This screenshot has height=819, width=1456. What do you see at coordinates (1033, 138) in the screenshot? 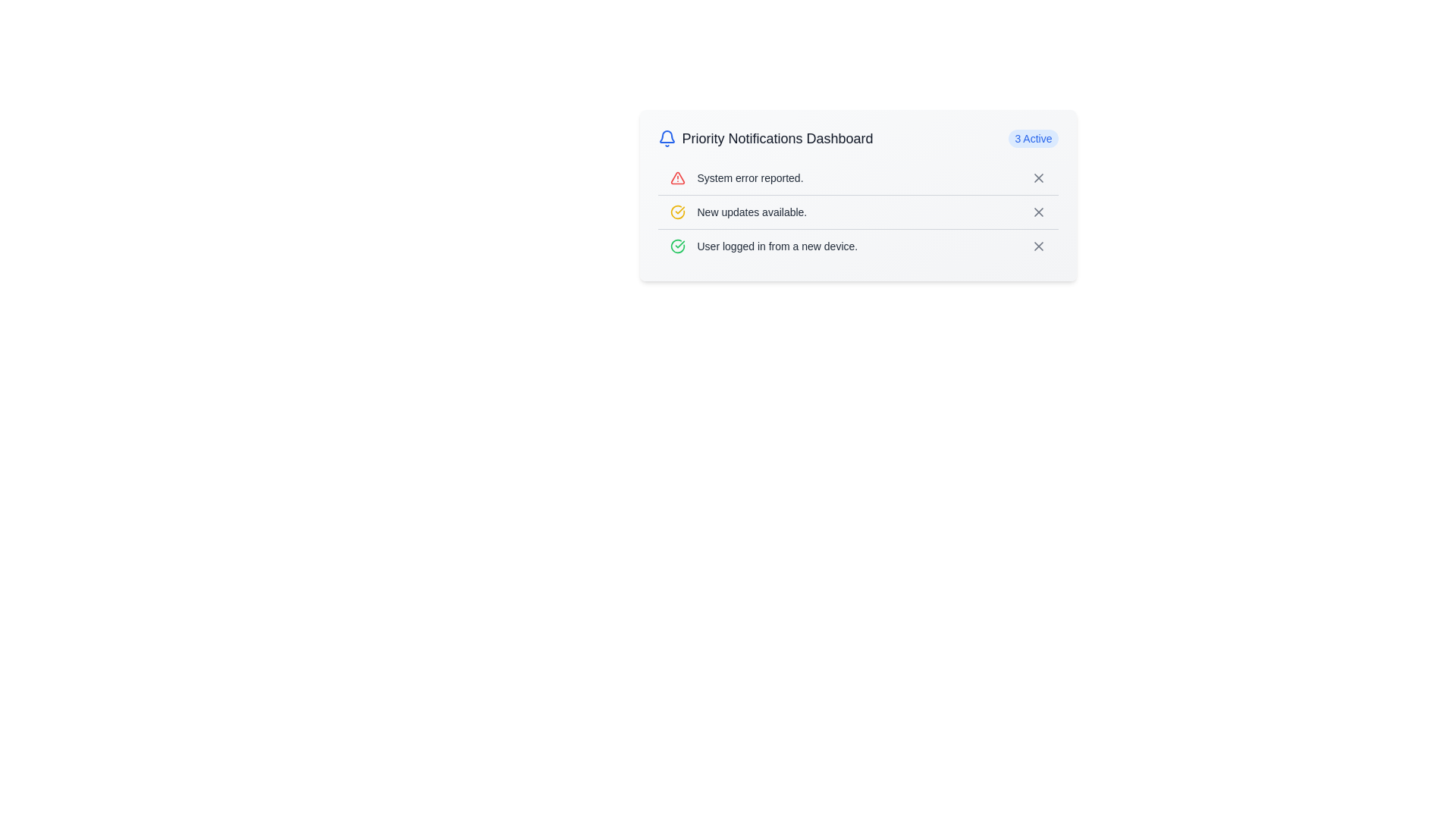
I see `the label displaying '3 Active' with a rounded blue border and light blue background, located on the right side of the 'Priority Notifications Dashboard'` at bounding box center [1033, 138].